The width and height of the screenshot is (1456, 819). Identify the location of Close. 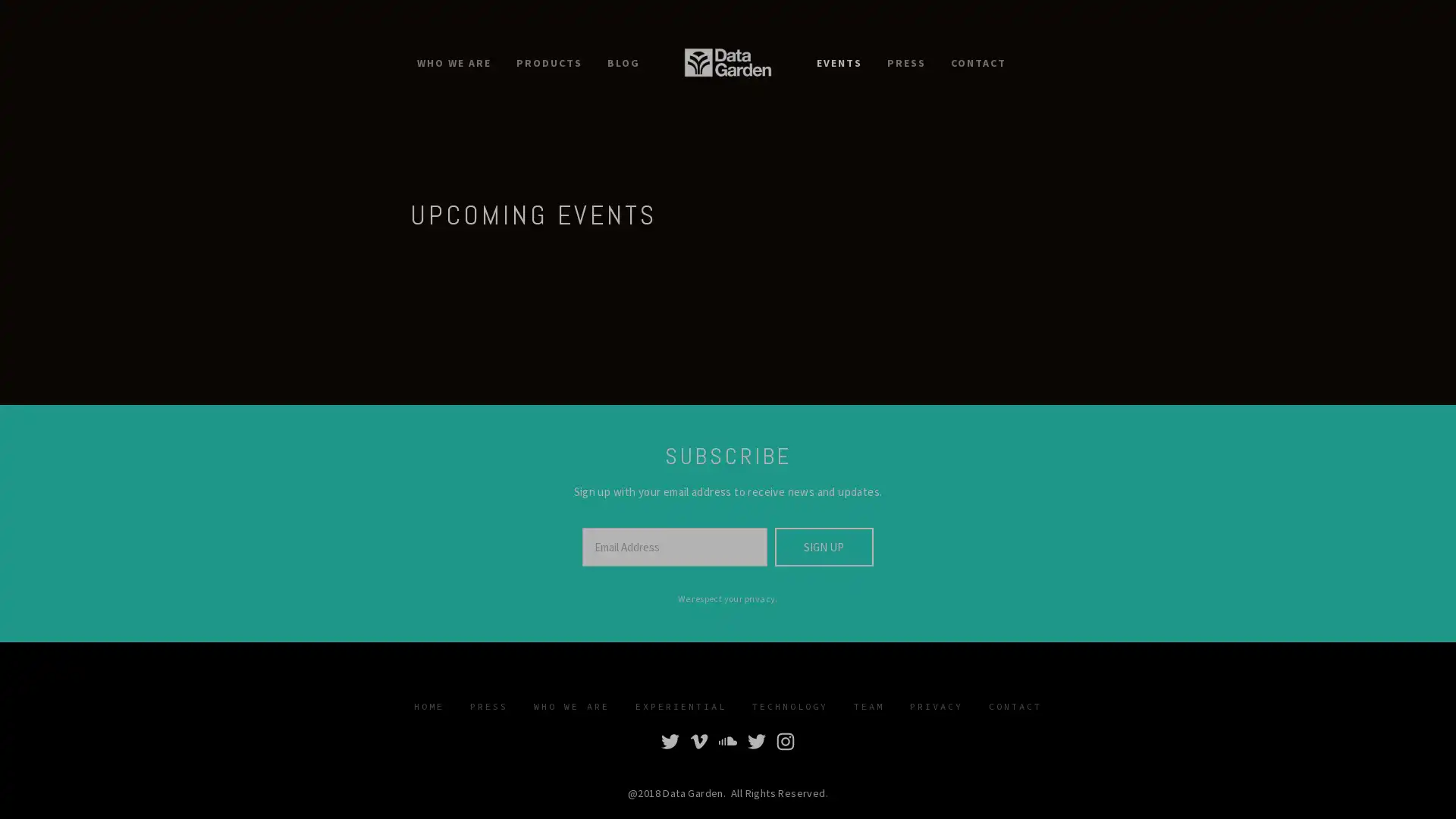
(952, 210).